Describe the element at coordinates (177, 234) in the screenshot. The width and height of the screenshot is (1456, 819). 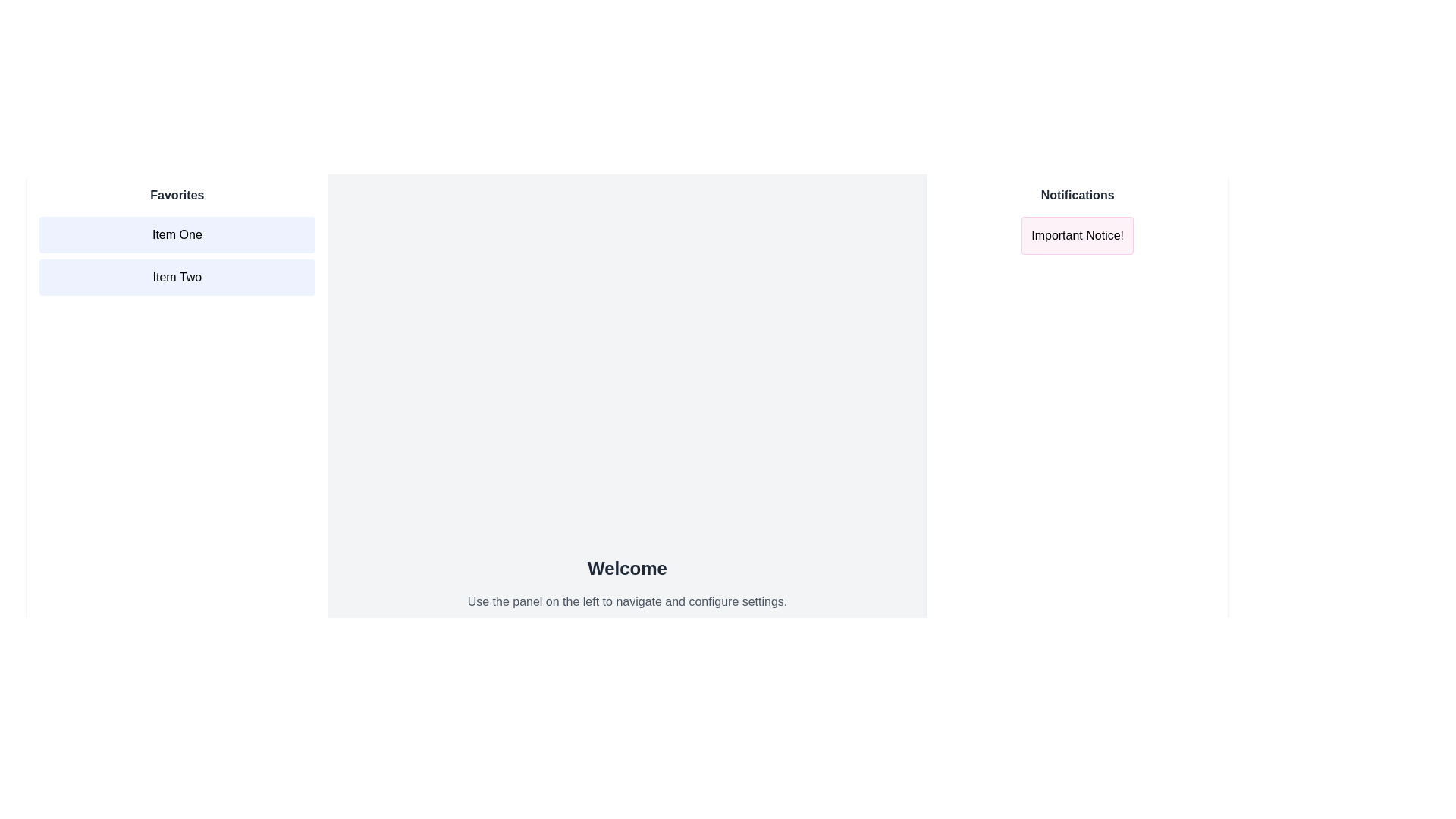
I see `the List item with light indigo background and text 'Item One' centered in black font` at that location.